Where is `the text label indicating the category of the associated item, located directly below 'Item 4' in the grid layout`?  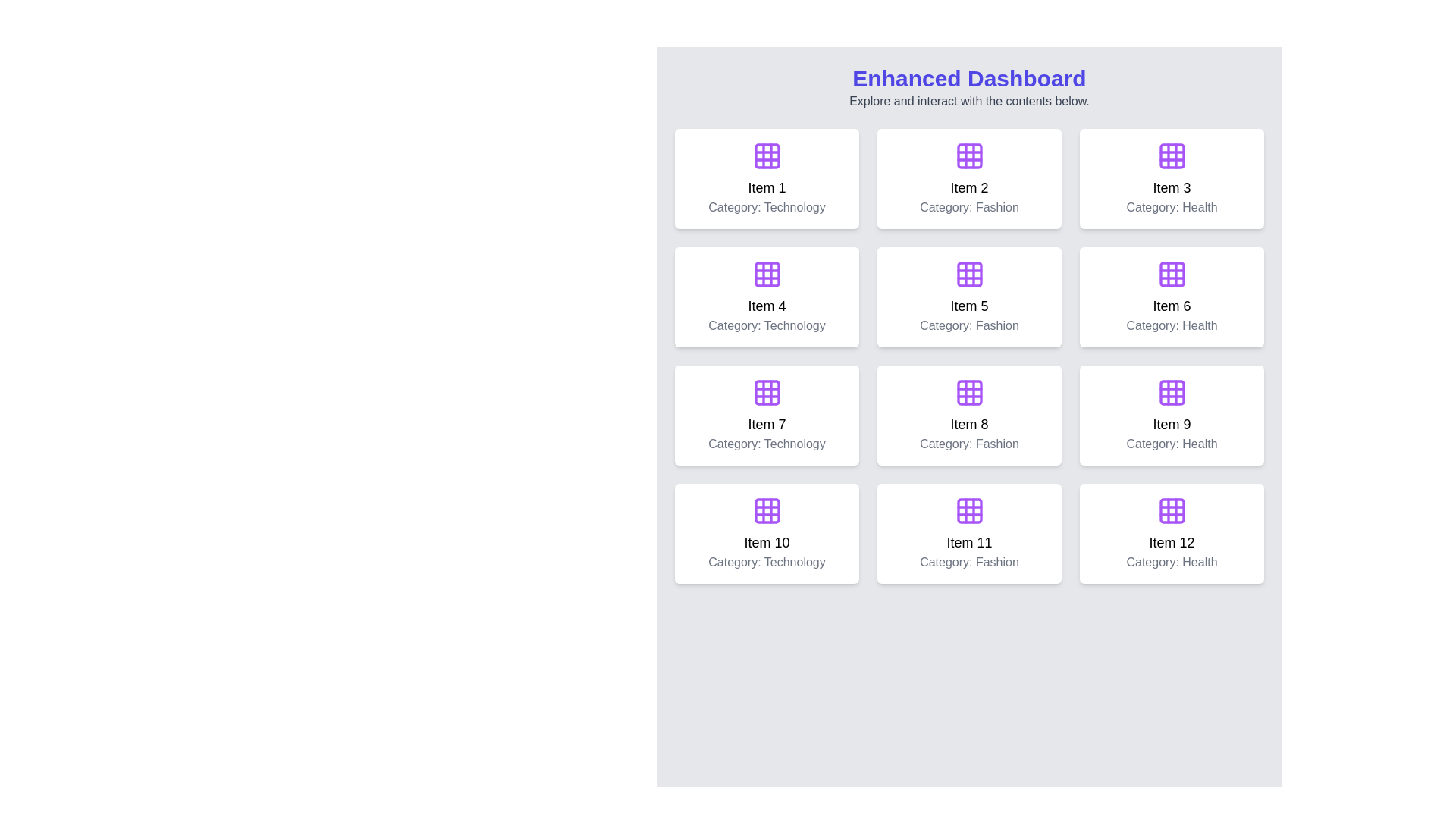
the text label indicating the category of the associated item, located directly below 'Item 4' in the grid layout is located at coordinates (767, 325).